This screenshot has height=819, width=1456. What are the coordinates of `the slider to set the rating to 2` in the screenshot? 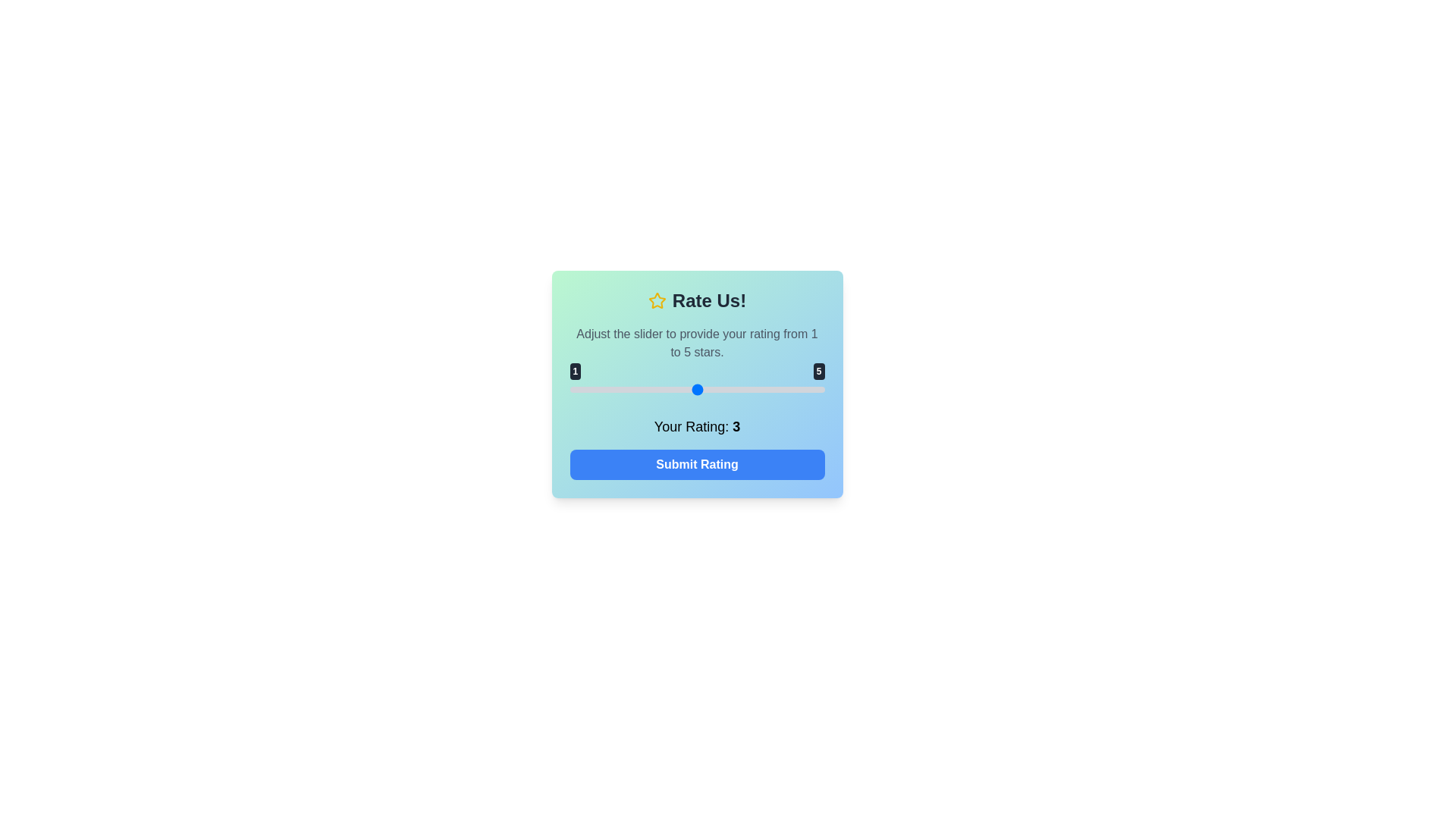 It's located at (633, 388).